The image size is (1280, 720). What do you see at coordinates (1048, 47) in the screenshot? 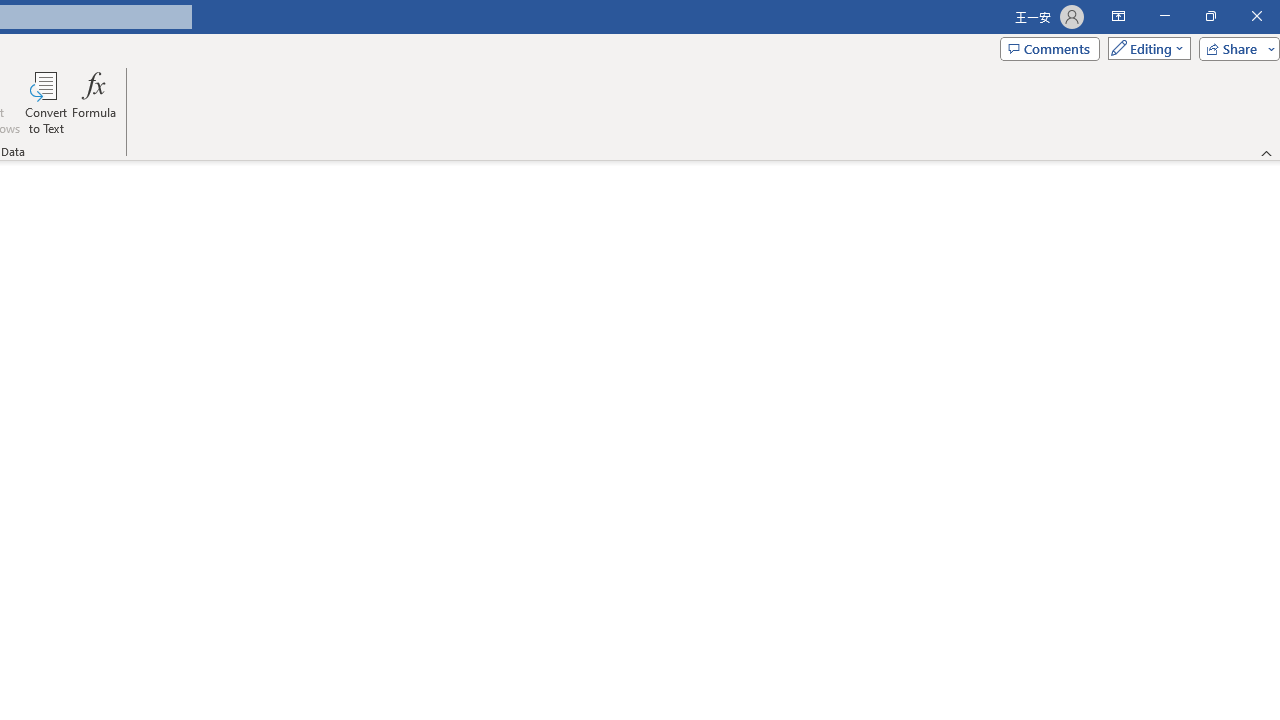
I see `'Comments'` at bounding box center [1048, 47].